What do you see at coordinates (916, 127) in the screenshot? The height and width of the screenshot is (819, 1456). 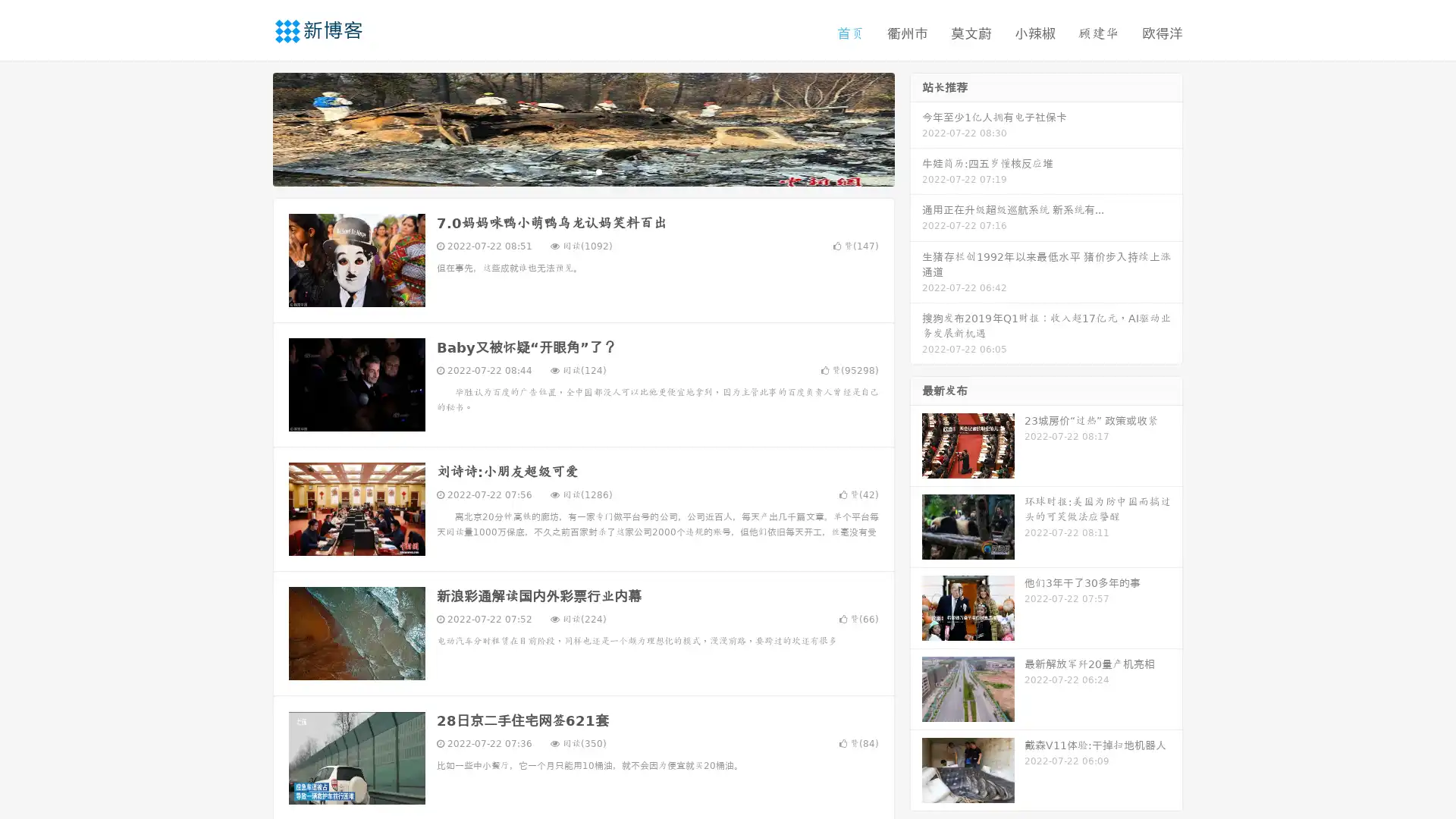 I see `Next slide` at bounding box center [916, 127].